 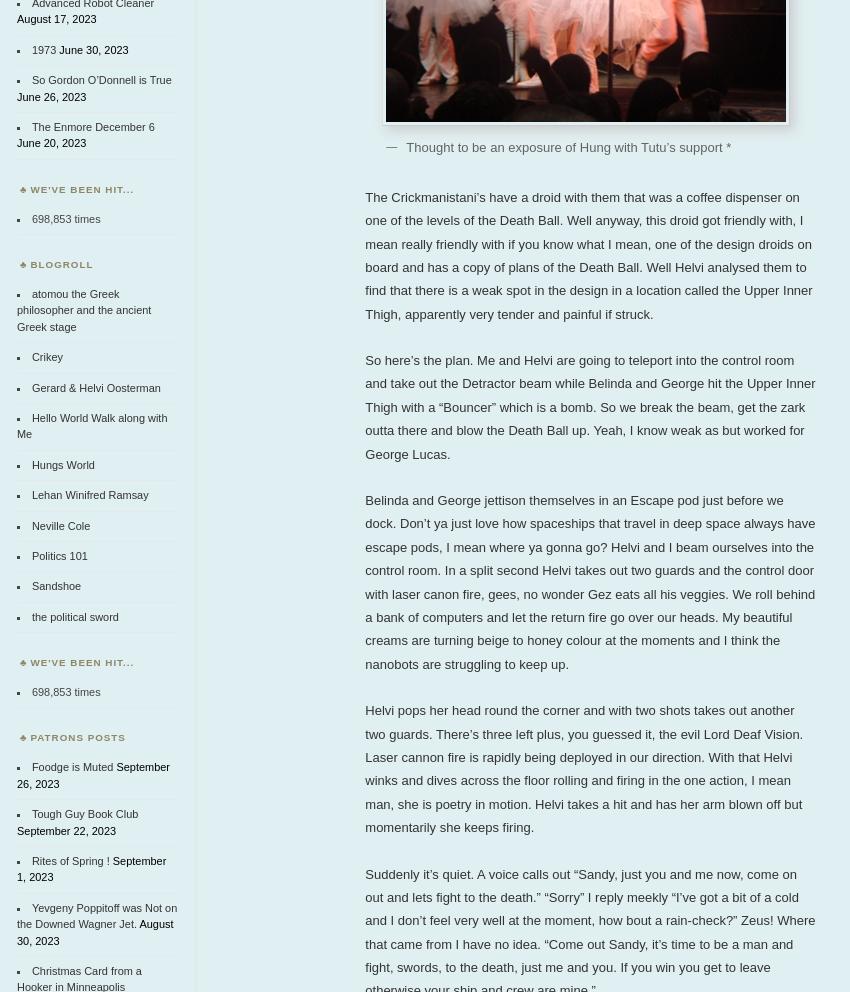 What do you see at coordinates (58, 555) in the screenshot?
I see `'Politics 101'` at bounding box center [58, 555].